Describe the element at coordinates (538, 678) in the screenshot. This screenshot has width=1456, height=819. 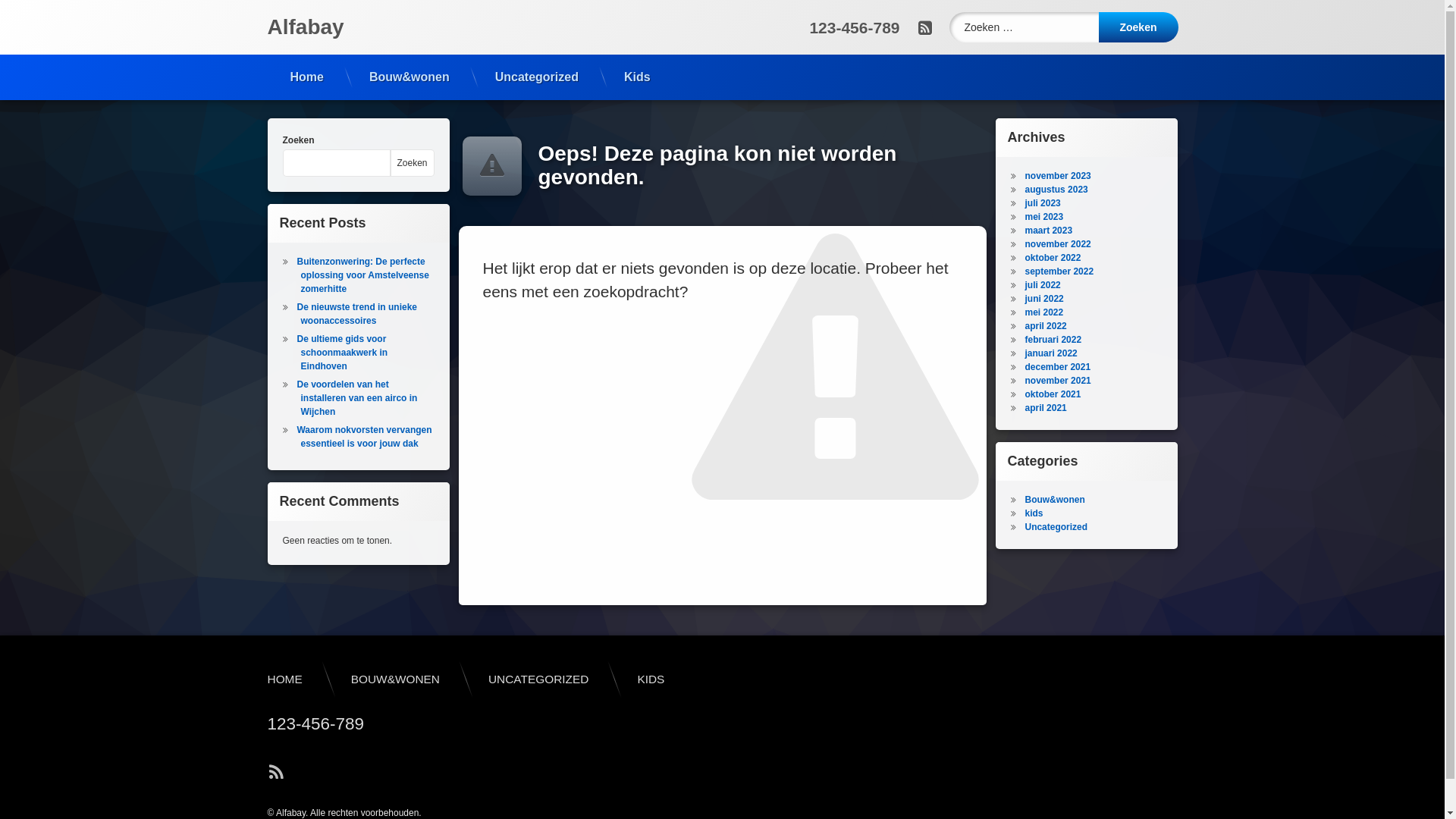
I see `'UNCATEGORIZED'` at that location.